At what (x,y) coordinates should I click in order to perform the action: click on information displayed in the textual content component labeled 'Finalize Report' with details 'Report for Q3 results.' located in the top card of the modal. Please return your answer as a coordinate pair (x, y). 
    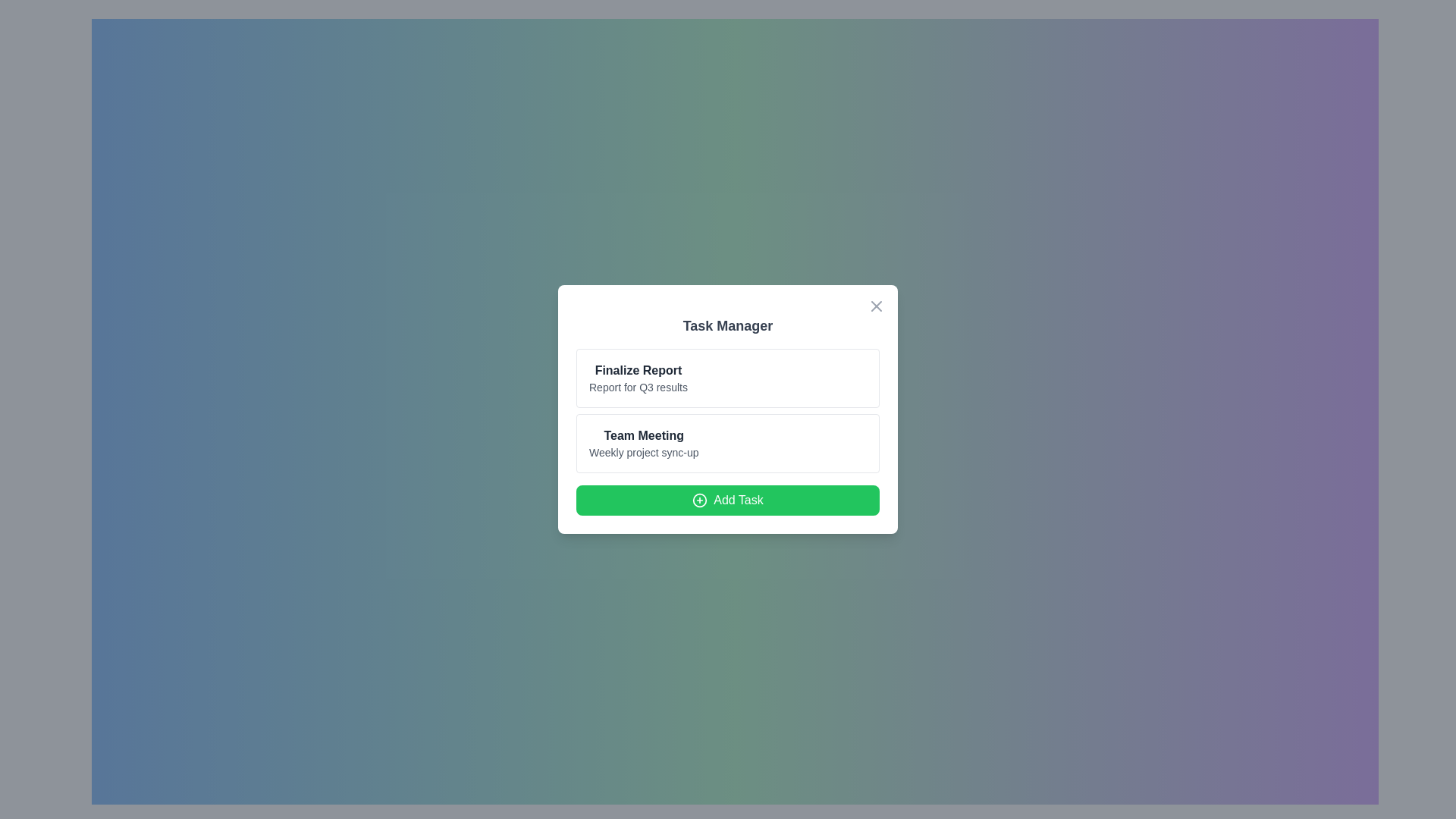
    Looking at the image, I should click on (638, 377).